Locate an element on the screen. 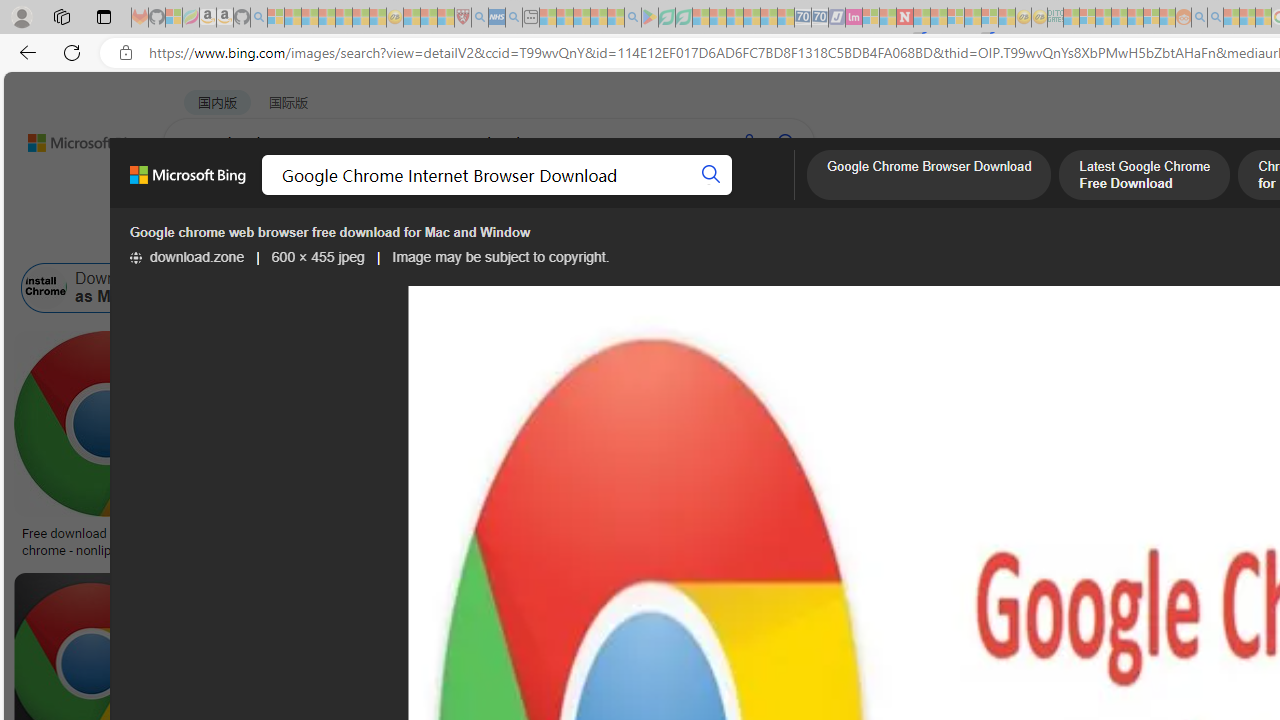  'Search button' is located at coordinates (712, 174).